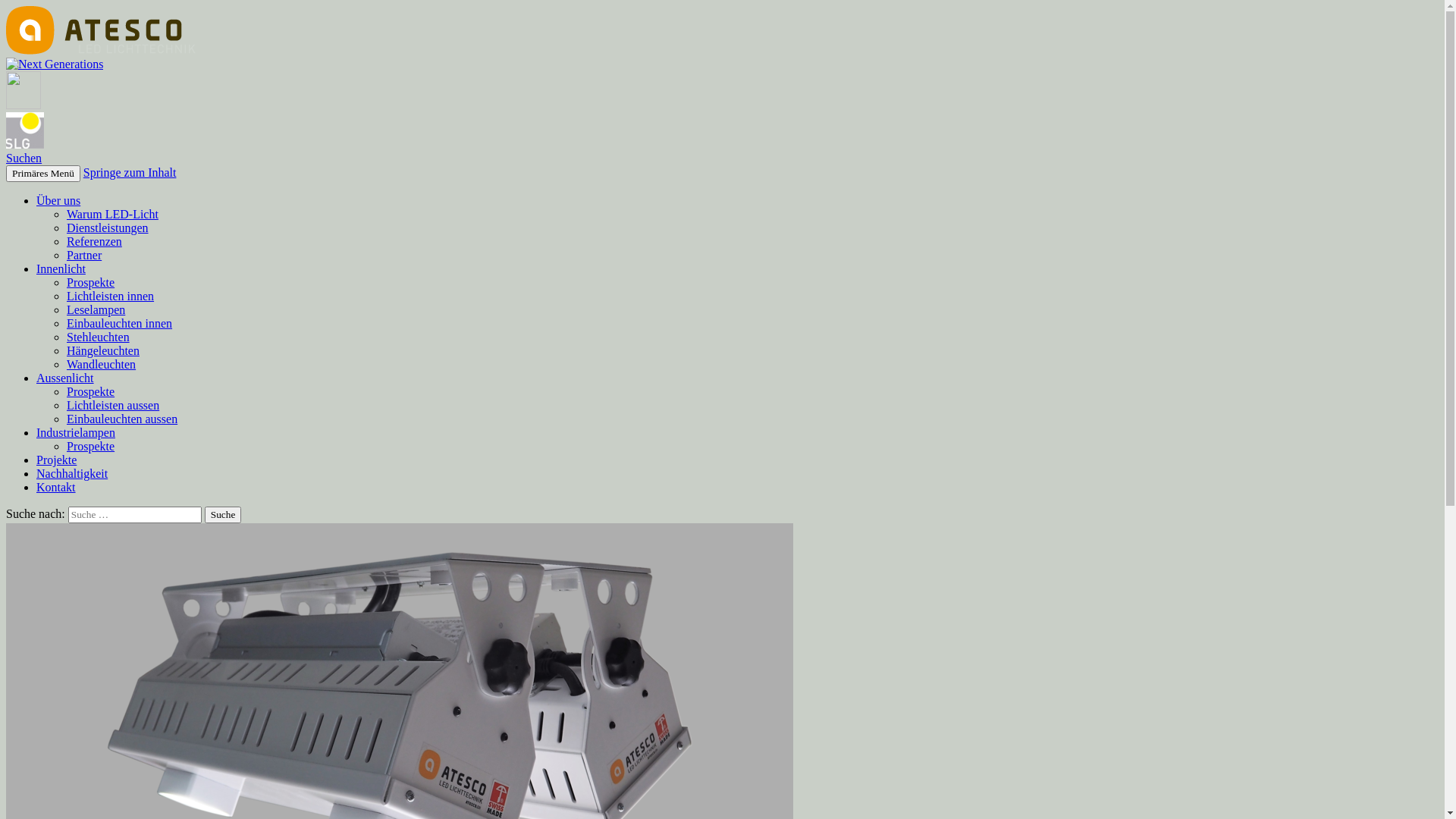 The width and height of the screenshot is (1456, 819). Describe the element at coordinates (71, 472) in the screenshot. I see `'Nachhaltigkeit'` at that location.